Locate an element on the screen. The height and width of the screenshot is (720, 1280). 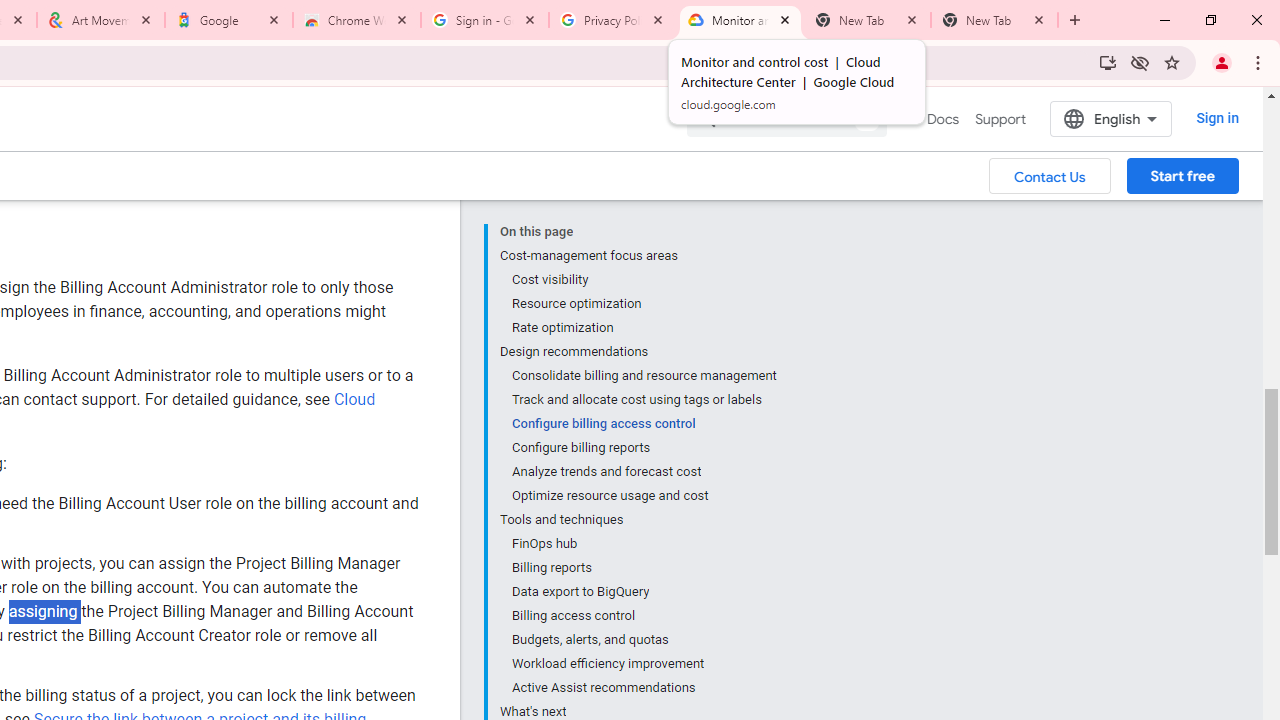
'Contact Us' is located at coordinates (1049, 174).